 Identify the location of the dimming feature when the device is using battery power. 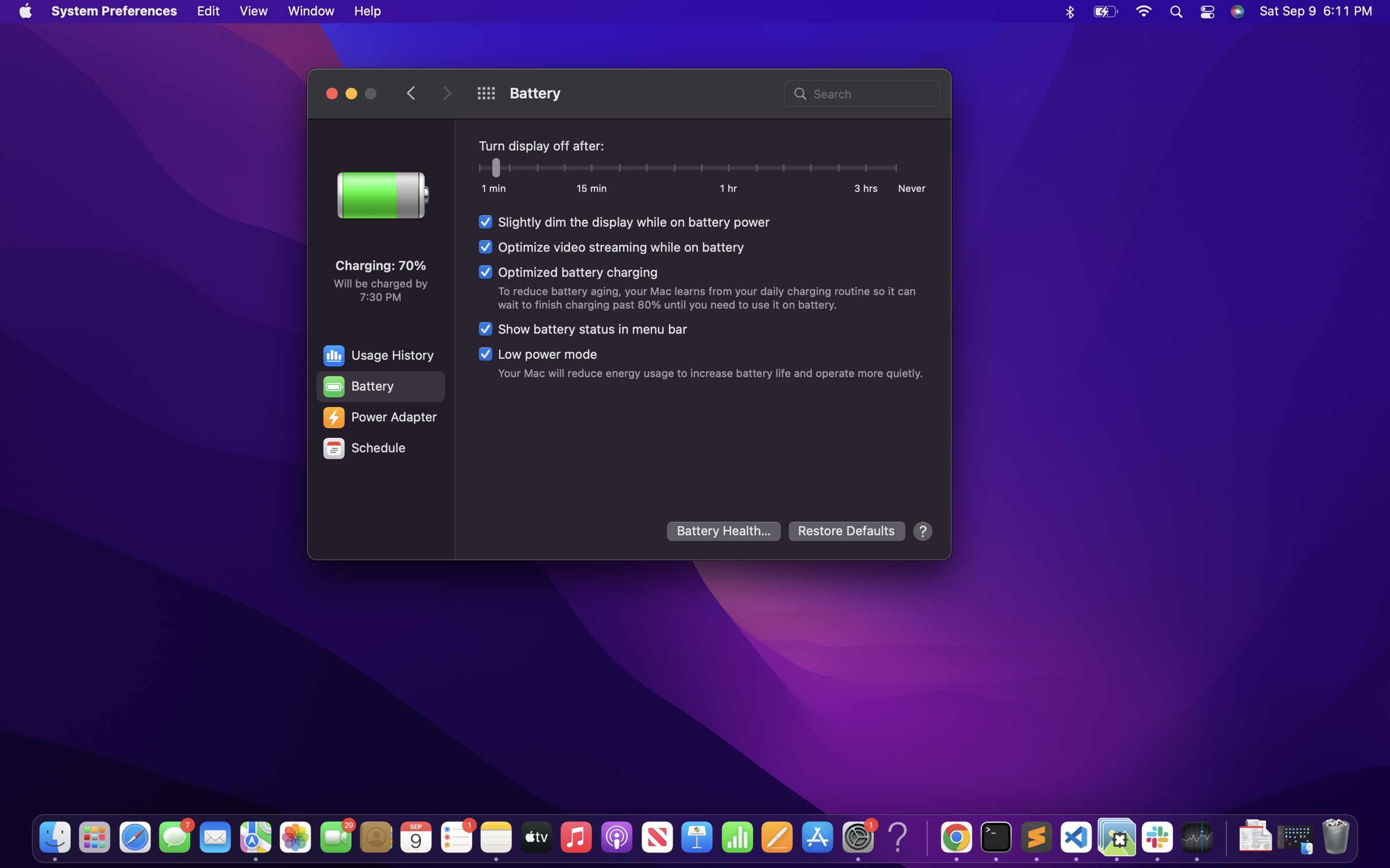
(624, 222).